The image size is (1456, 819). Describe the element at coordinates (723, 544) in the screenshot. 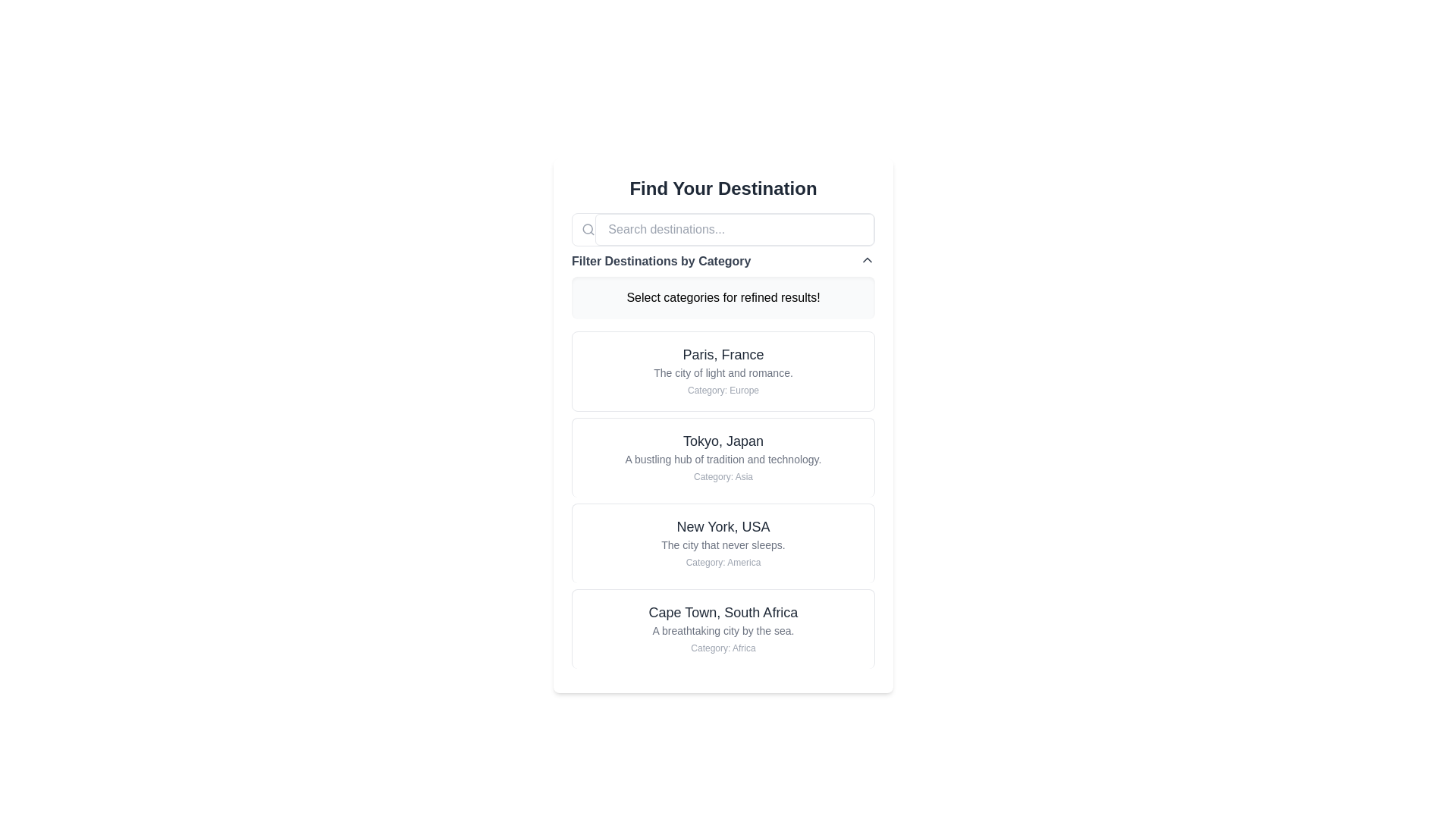

I see `the descriptive subtitle text label that provides additional information about New York, USA, situated below the title 'New York, USA'` at that location.